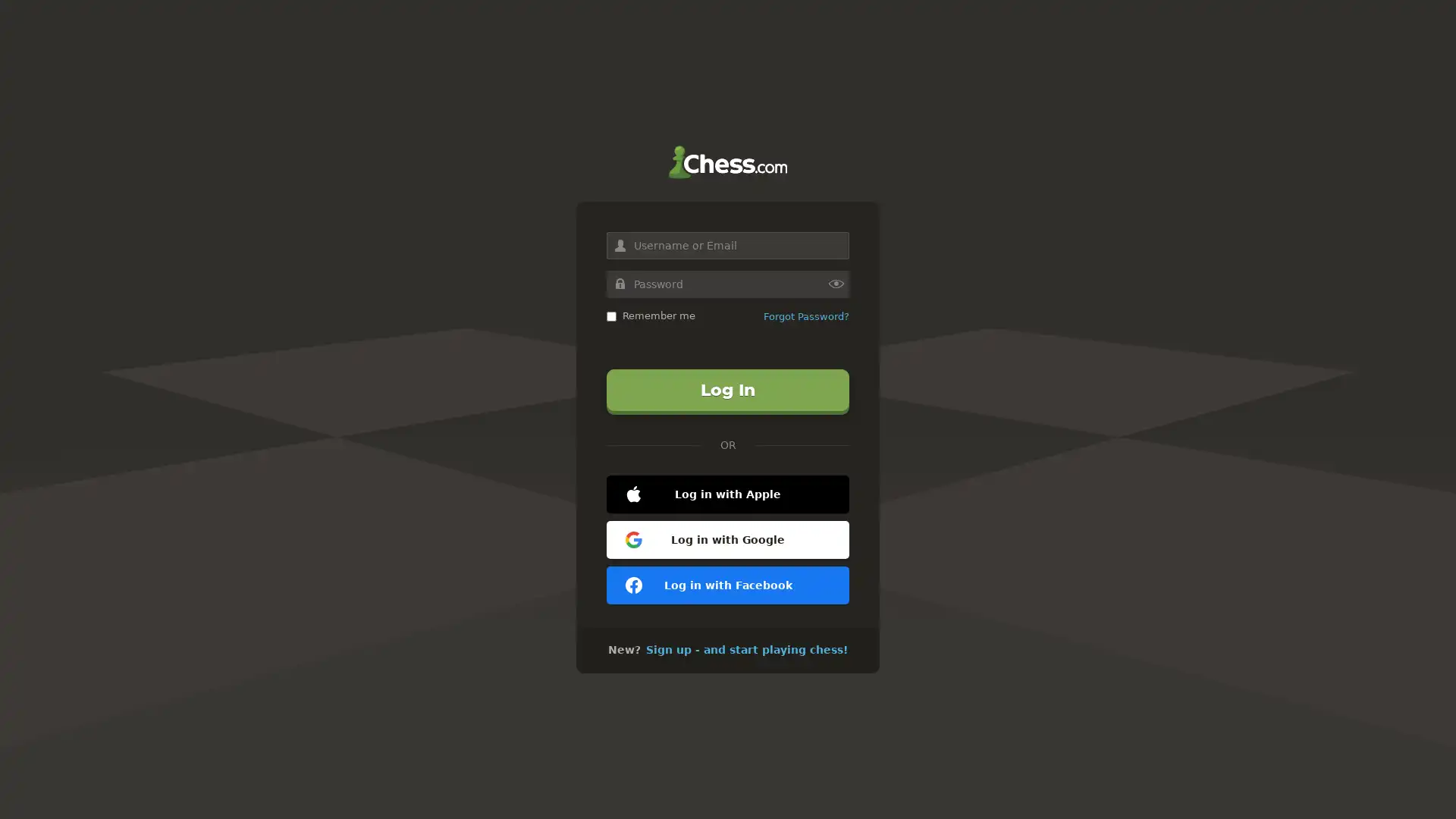  What do you see at coordinates (728, 389) in the screenshot?
I see `Log In` at bounding box center [728, 389].